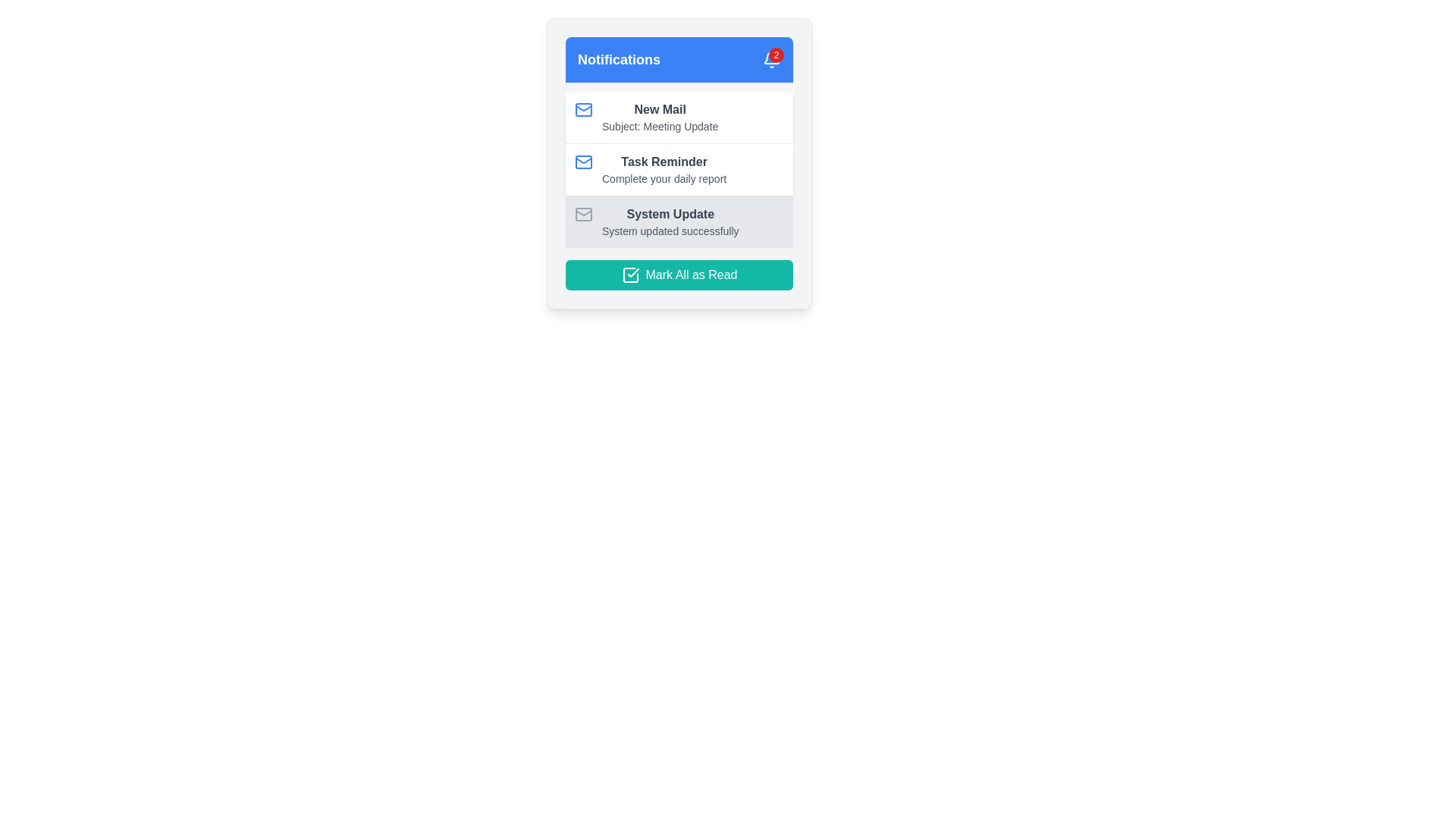 The width and height of the screenshot is (1456, 819). I want to click on supplementary information text about the 'System Update' notification, which is positioned below the 'System Update' text and aligned left within the notification list, so click(670, 231).